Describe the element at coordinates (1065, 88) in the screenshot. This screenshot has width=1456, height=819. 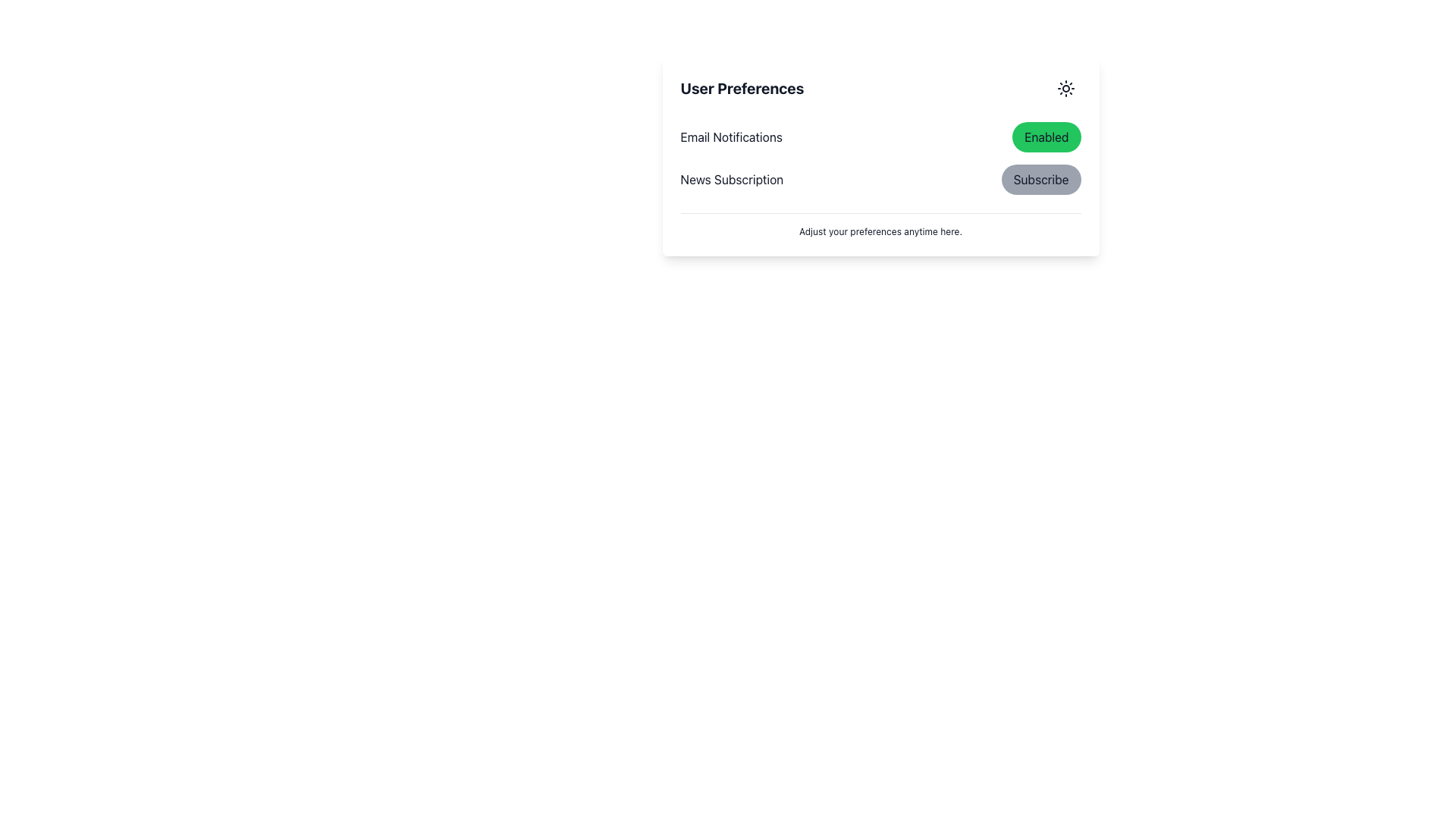
I see `the sun icon with radiating lines located in the top-right corner of the user preference card` at that location.